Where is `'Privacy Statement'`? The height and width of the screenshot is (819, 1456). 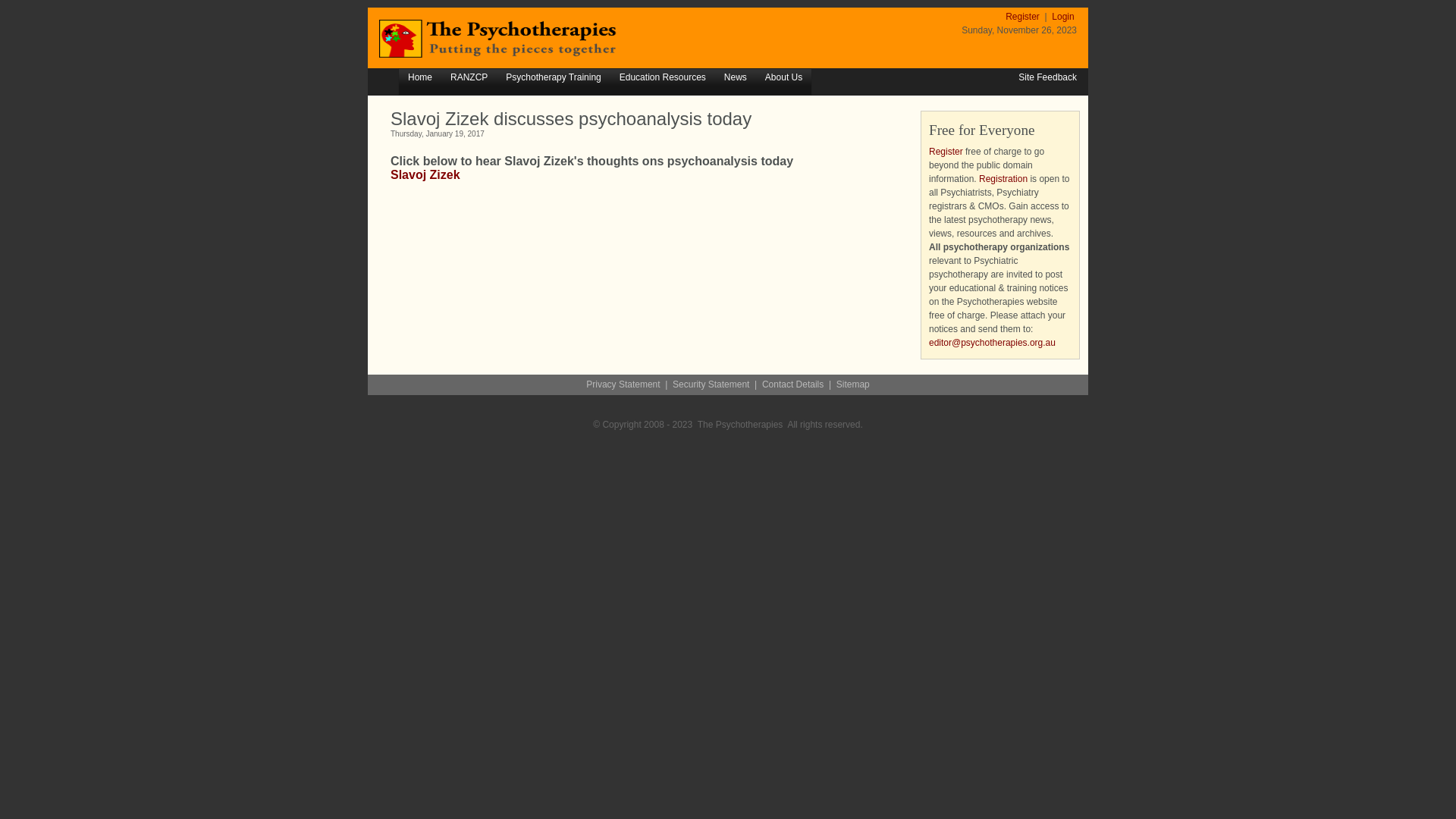 'Privacy Statement' is located at coordinates (623, 383).